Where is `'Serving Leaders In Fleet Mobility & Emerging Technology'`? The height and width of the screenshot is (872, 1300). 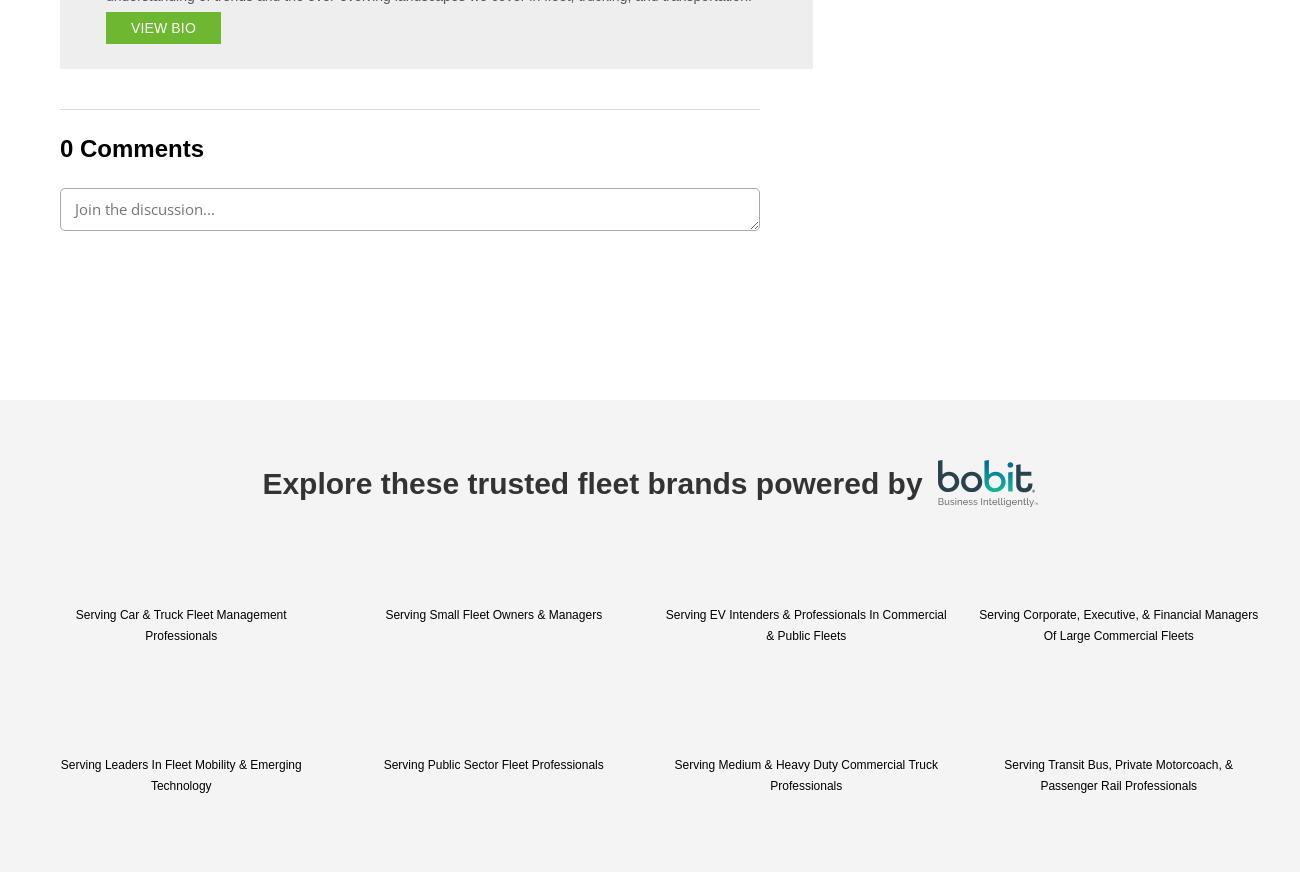
'Serving Leaders In Fleet Mobility & Emerging Technology' is located at coordinates (180, 775).